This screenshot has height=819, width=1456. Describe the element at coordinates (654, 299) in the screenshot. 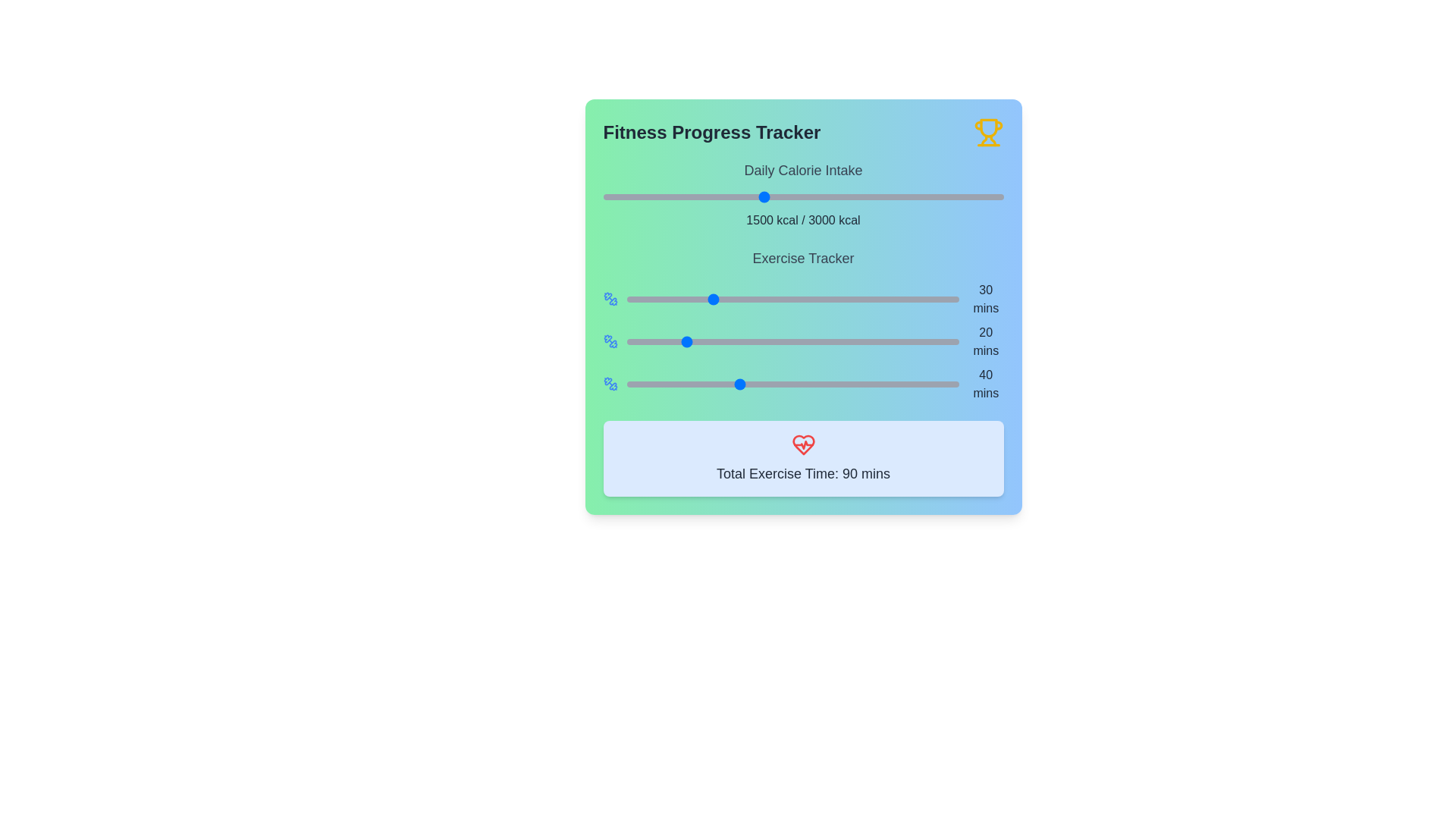

I see `the exercise time` at that location.